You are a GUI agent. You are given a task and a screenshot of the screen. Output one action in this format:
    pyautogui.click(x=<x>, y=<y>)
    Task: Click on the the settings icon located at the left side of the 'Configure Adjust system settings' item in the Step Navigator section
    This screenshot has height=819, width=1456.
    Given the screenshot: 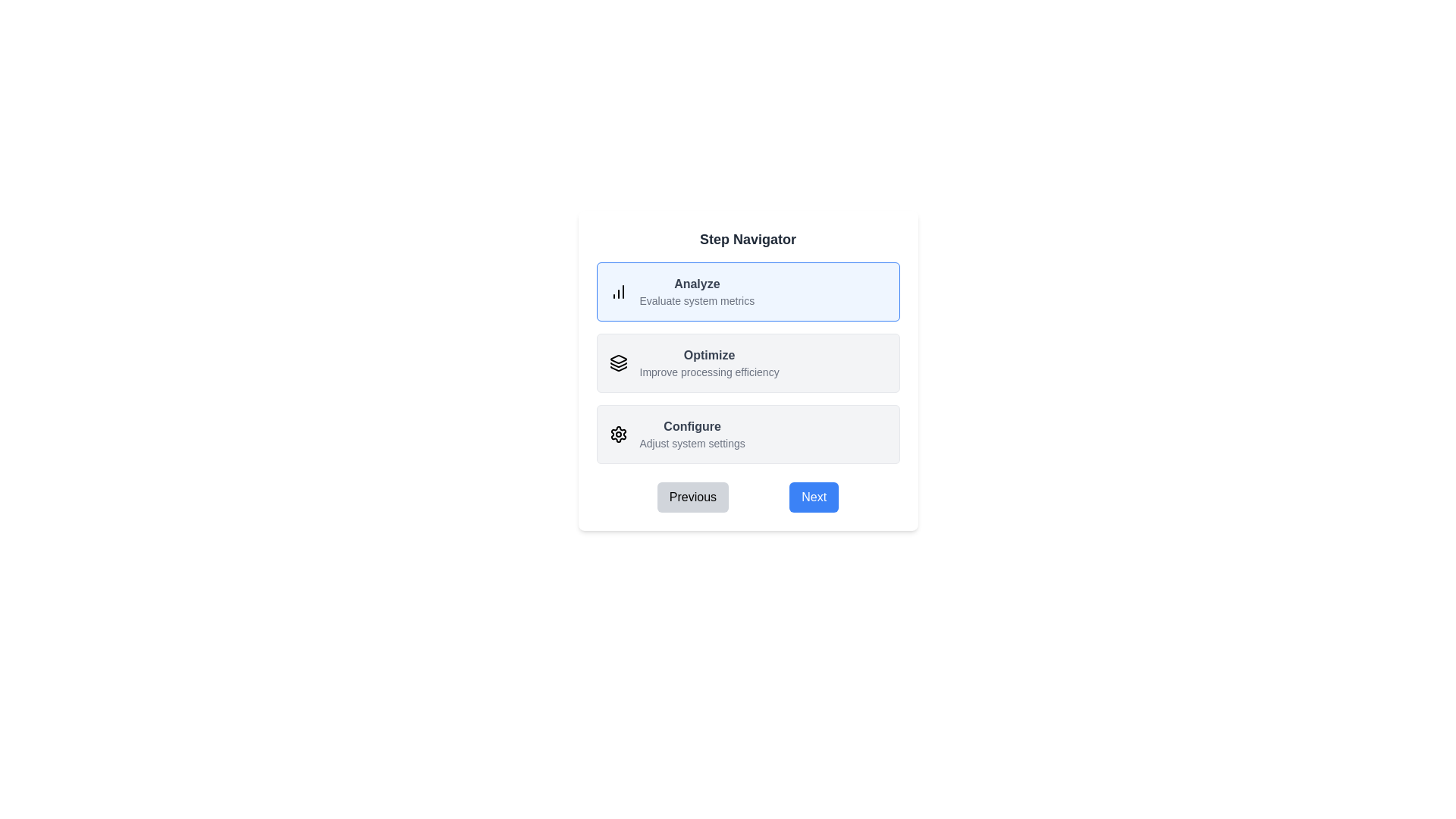 What is the action you would take?
    pyautogui.click(x=618, y=435)
    